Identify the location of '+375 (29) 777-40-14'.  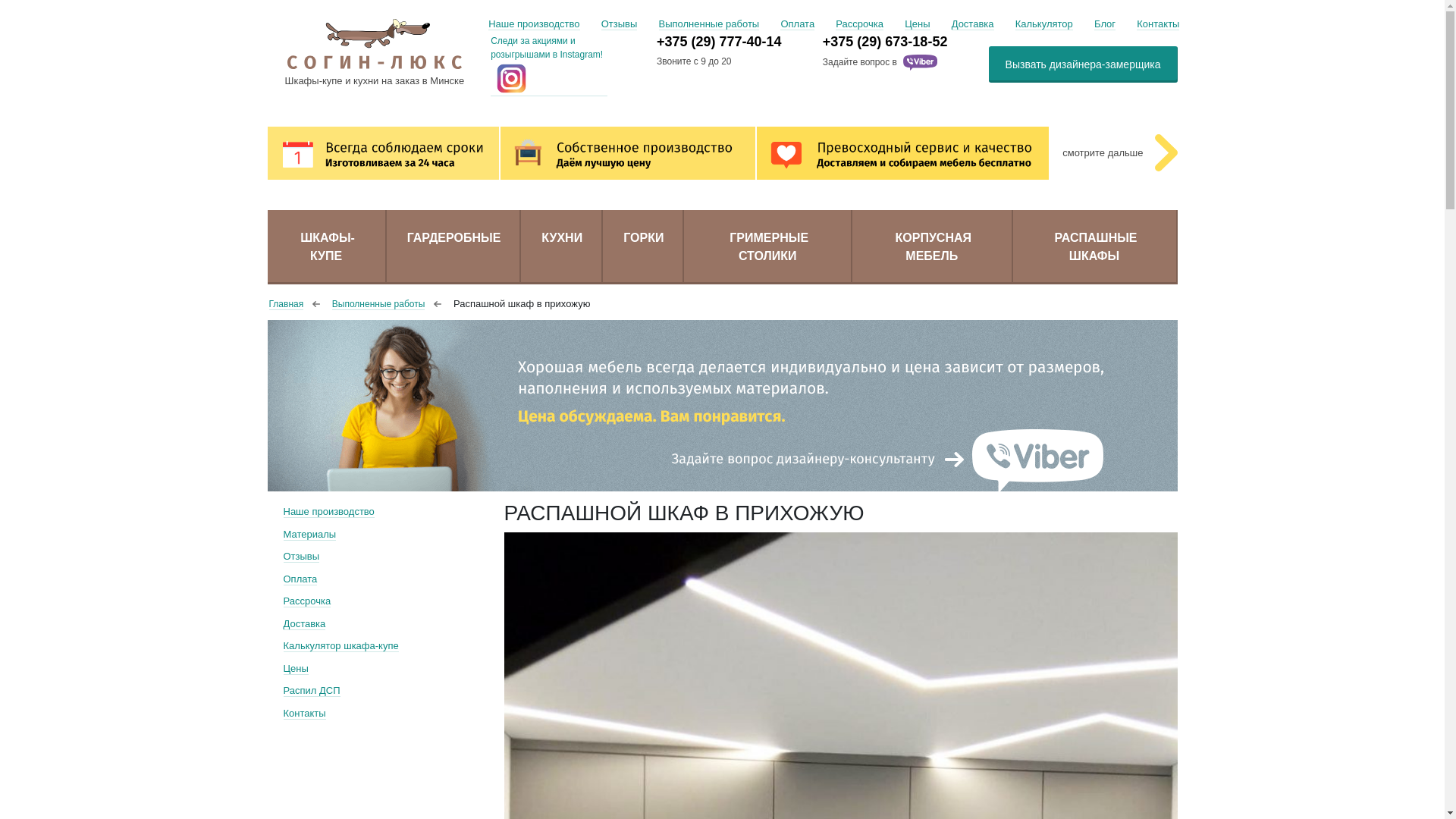
(739, 41).